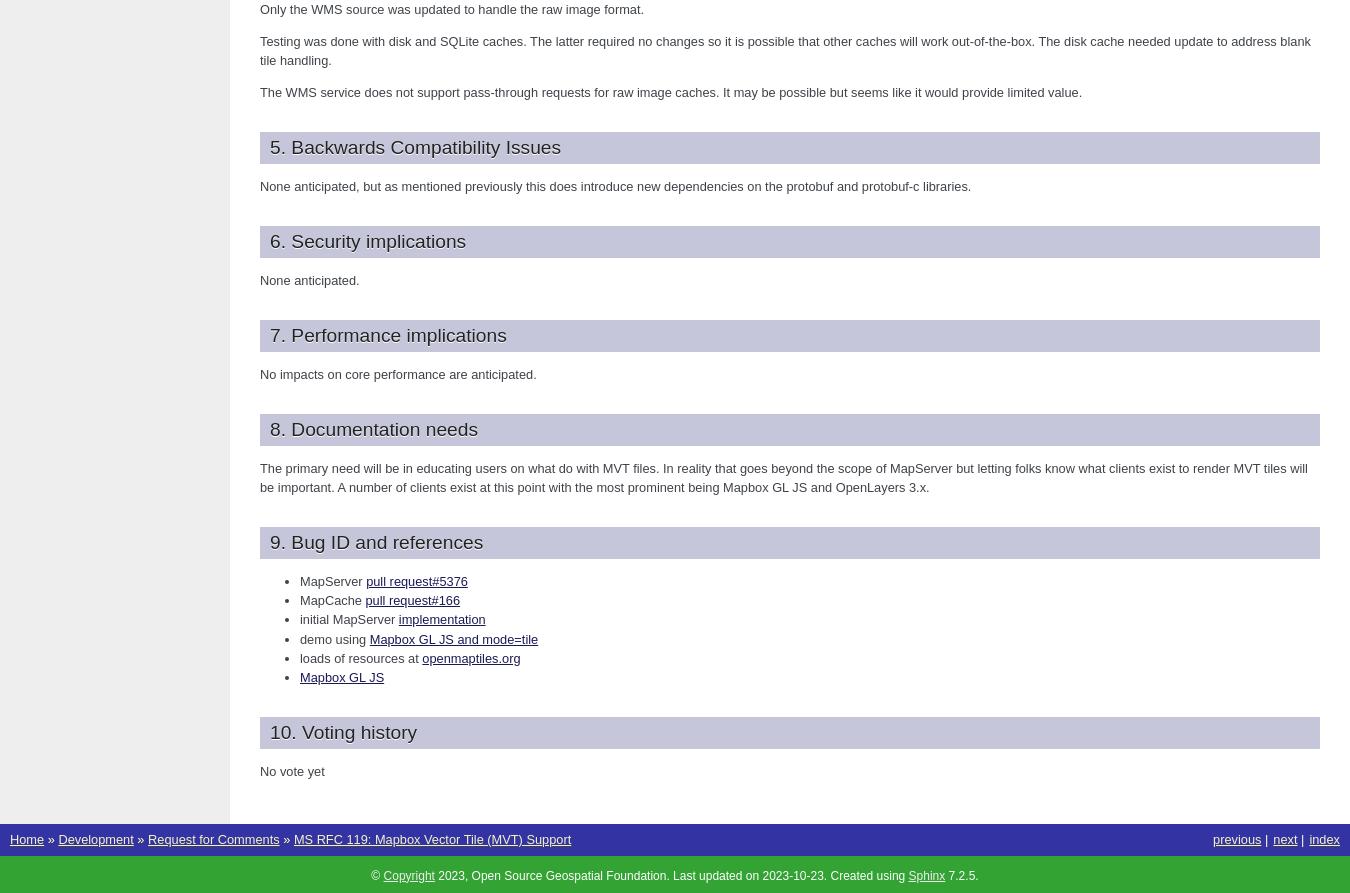 This screenshot has width=1350, height=893. I want to click on 'implementation', so click(441, 619).